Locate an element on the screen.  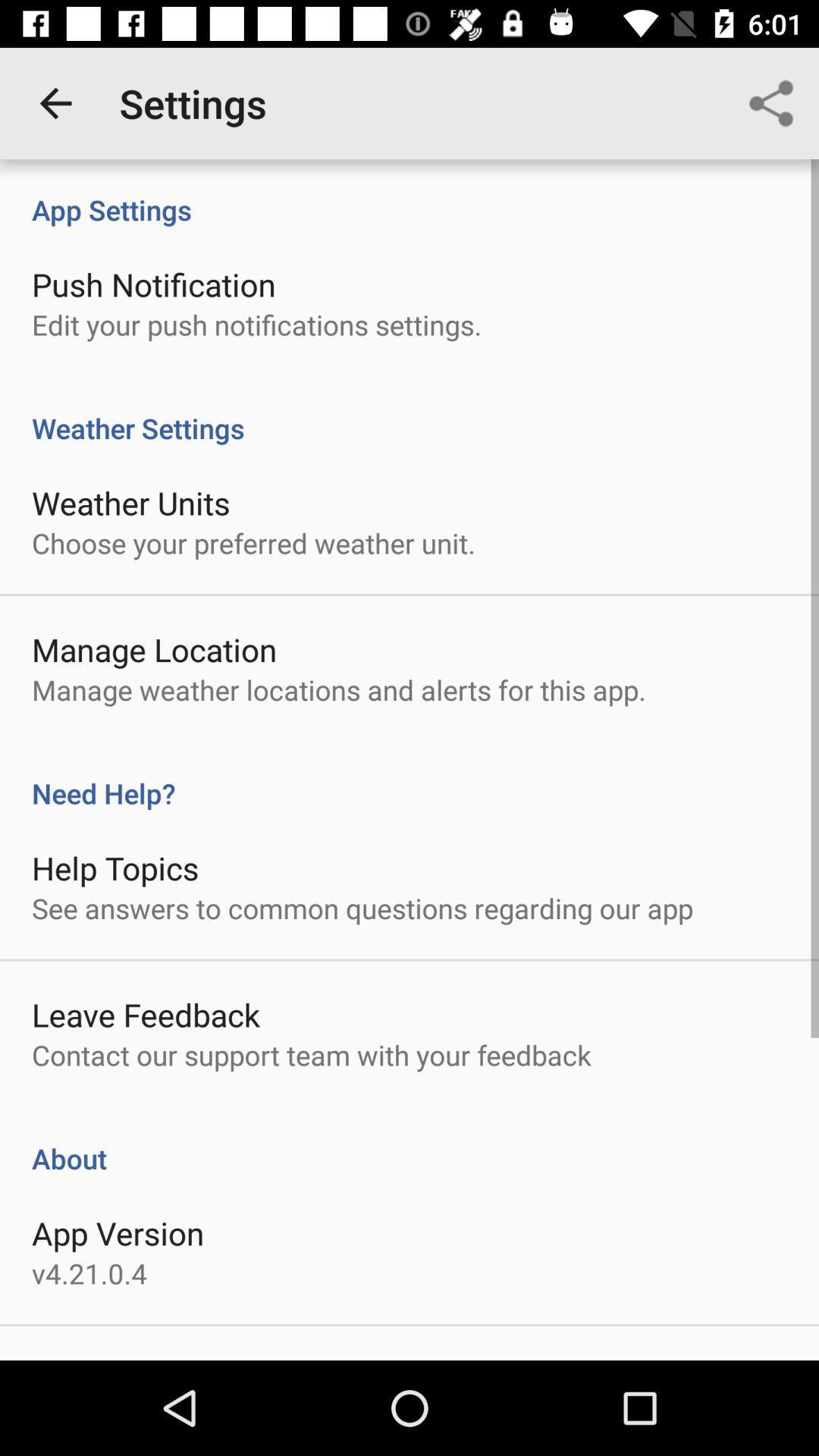
item below help topics icon is located at coordinates (362, 908).